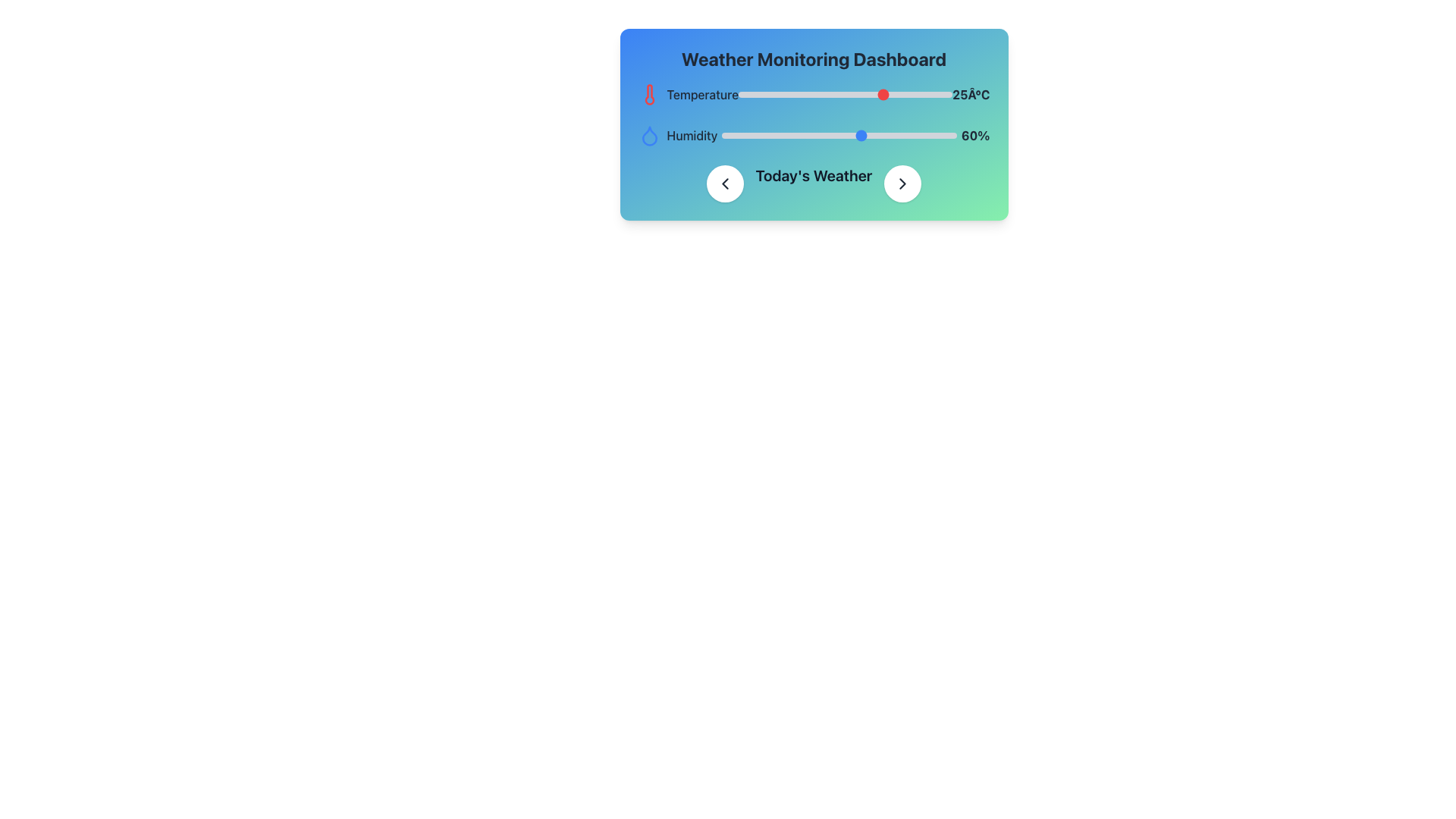  Describe the element at coordinates (813, 183) in the screenshot. I see `the text label reading 'Today's Weather' which is styled in bold and located at the center-bottom of a gradient background module` at that location.